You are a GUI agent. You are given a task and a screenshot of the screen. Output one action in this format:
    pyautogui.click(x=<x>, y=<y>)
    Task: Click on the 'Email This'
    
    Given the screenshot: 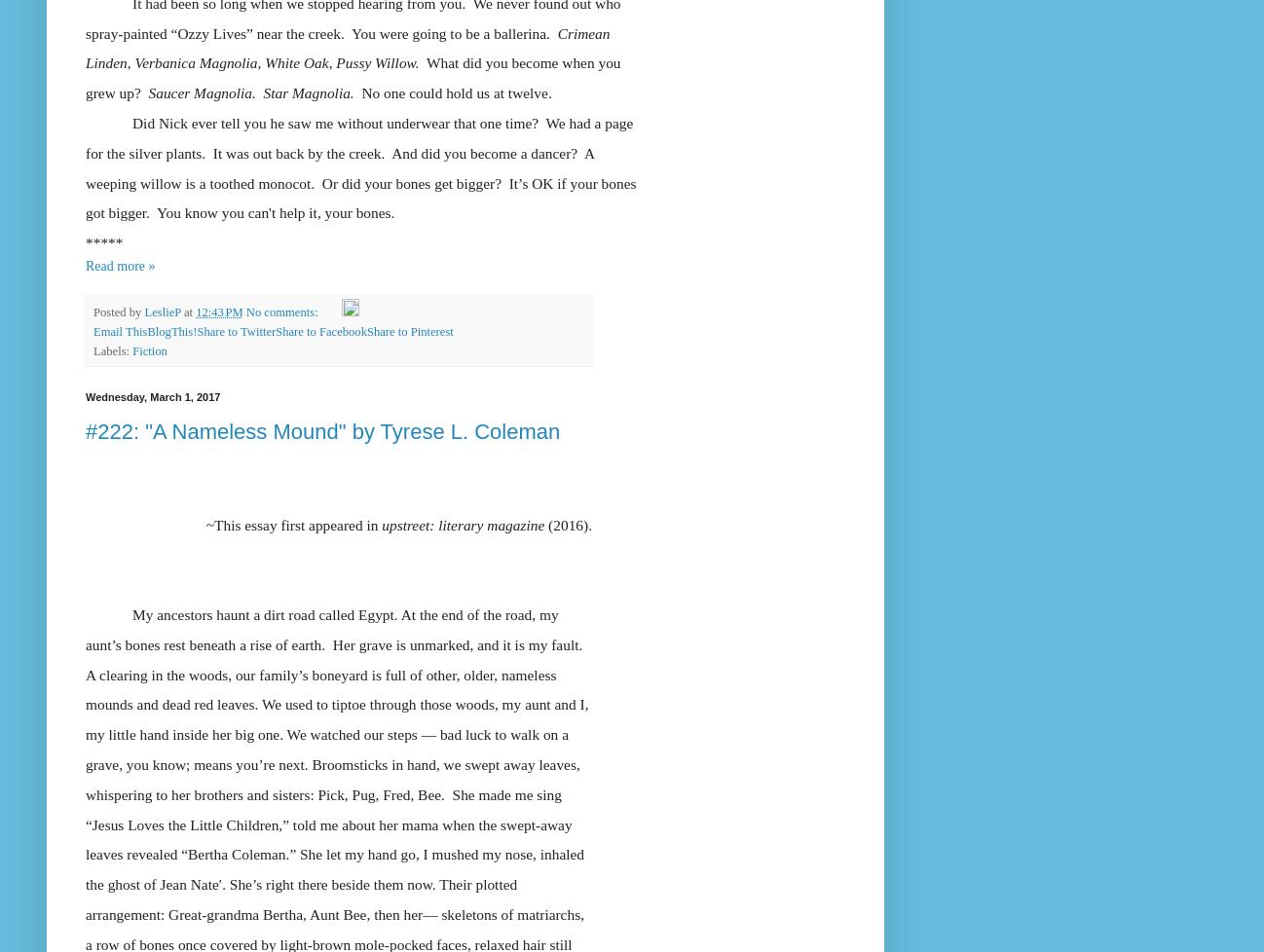 What is the action you would take?
    pyautogui.click(x=120, y=331)
    